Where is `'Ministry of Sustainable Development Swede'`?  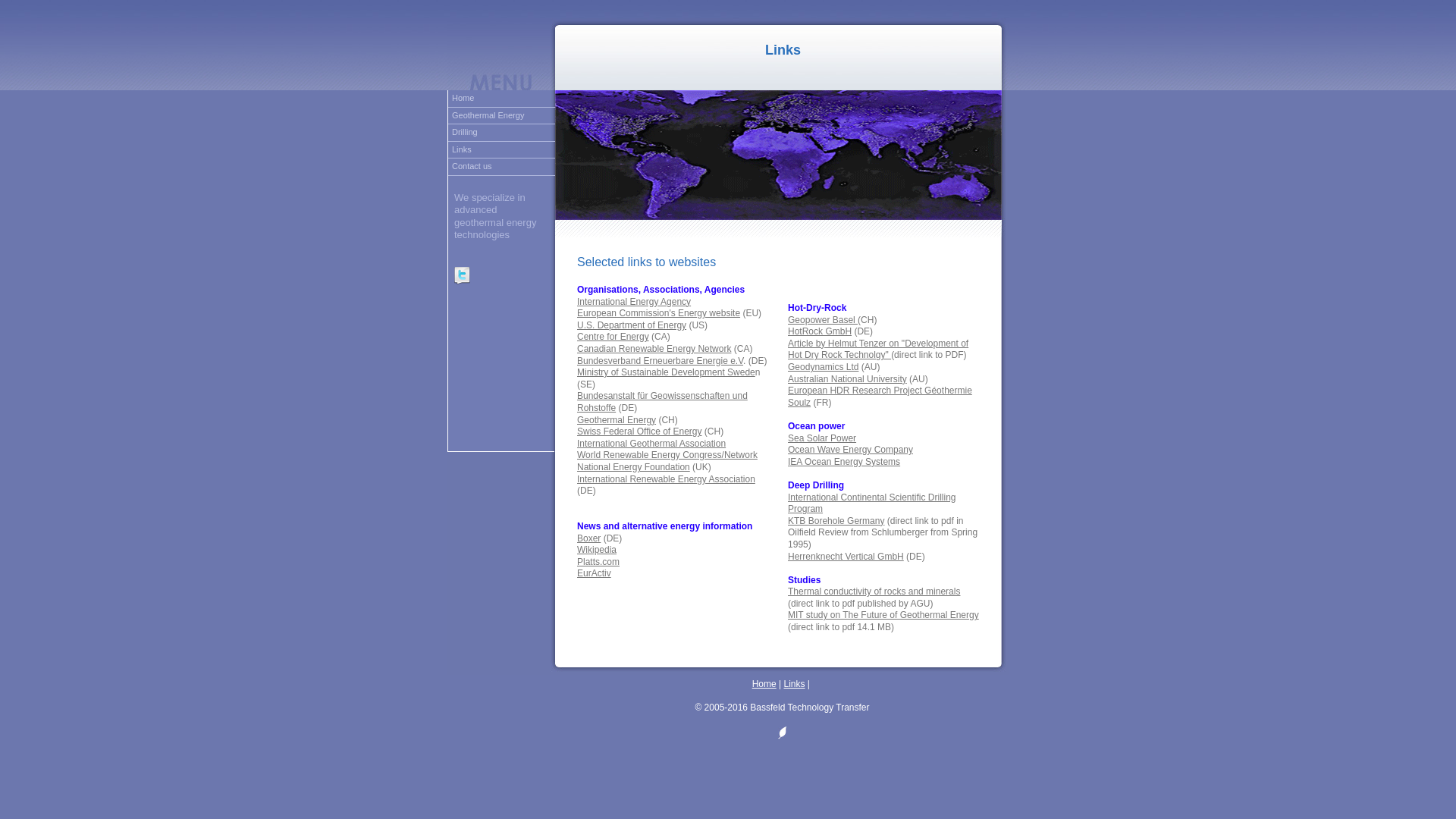 'Ministry of Sustainable Development Swede' is located at coordinates (666, 372).